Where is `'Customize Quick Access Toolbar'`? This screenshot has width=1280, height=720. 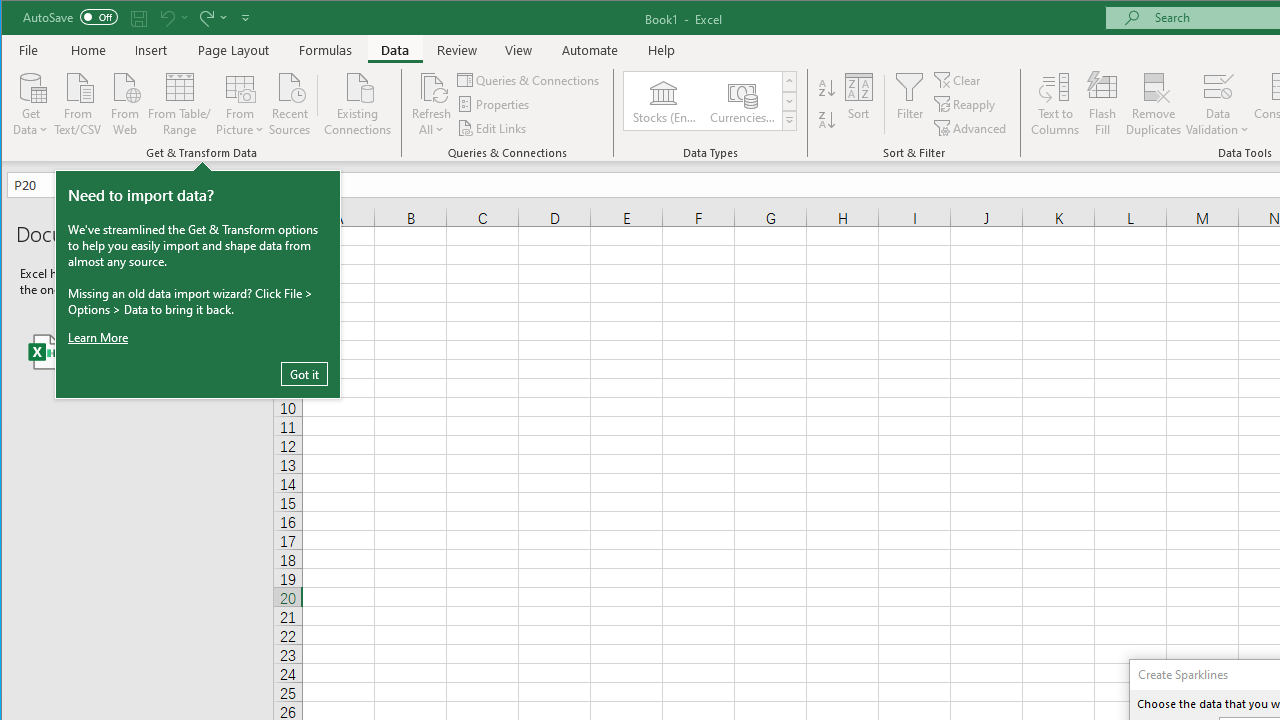 'Customize Quick Access Toolbar' is located at coordinates (244, 17).